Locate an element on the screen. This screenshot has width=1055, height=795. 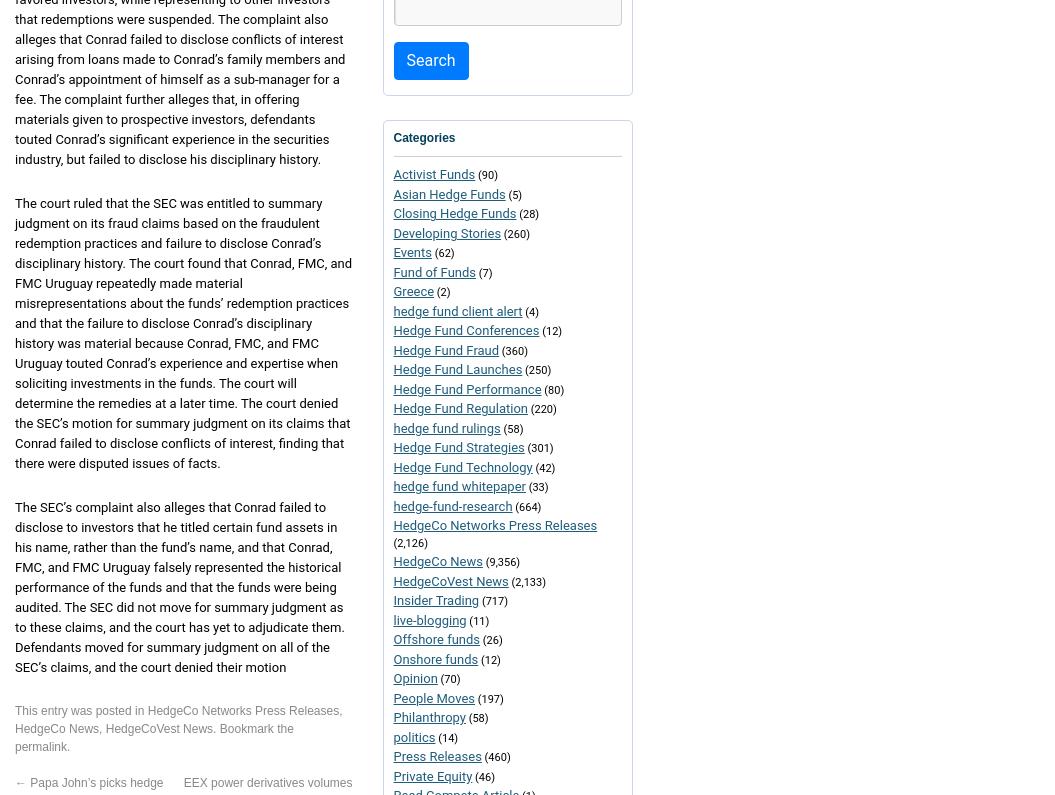
'permalink' is located at coordinates (14, 745).